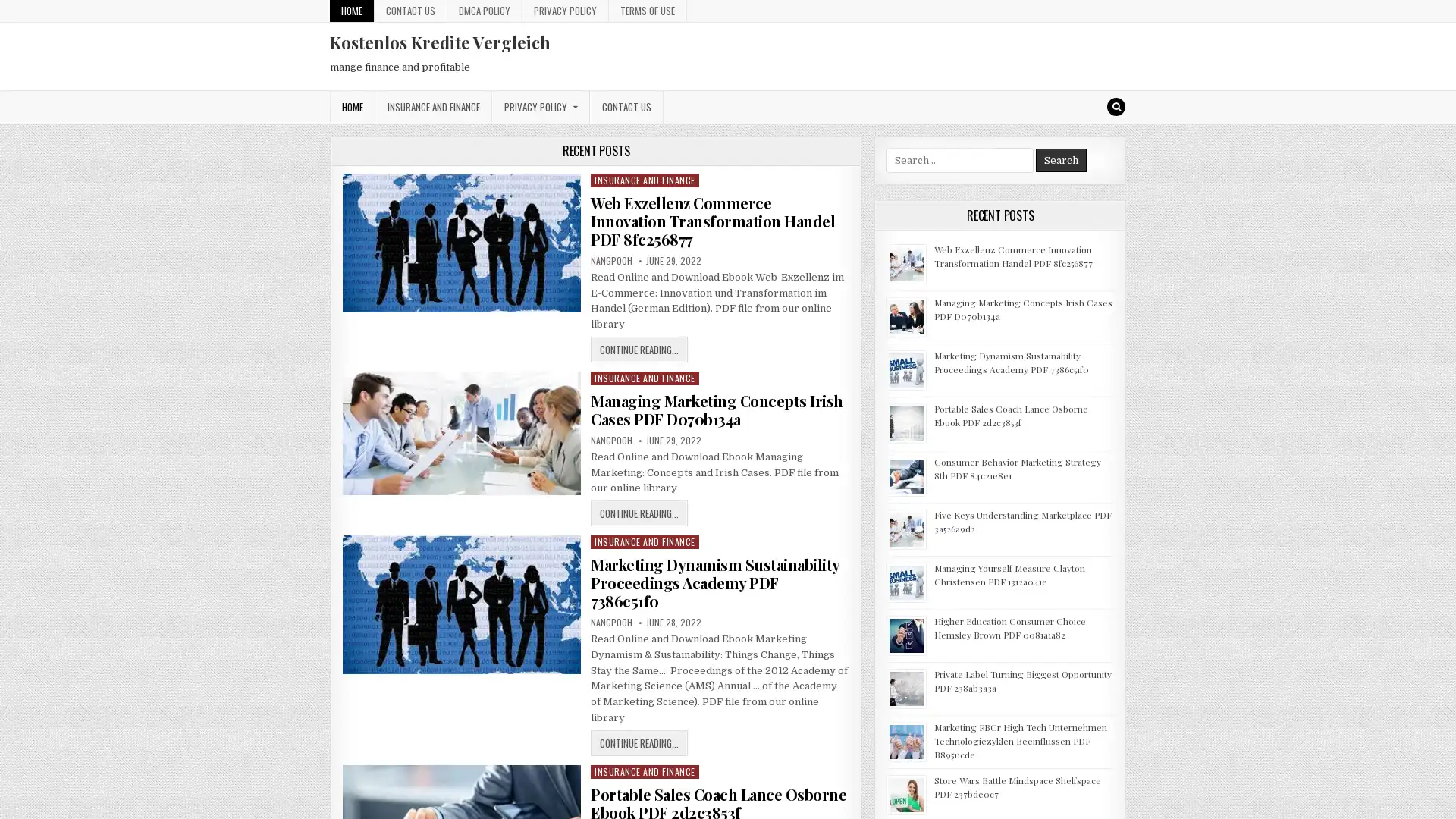  What do you see at coordinates (1060, 160) in the screenshot?
I see `Search` at bounding box center [1060, 160].